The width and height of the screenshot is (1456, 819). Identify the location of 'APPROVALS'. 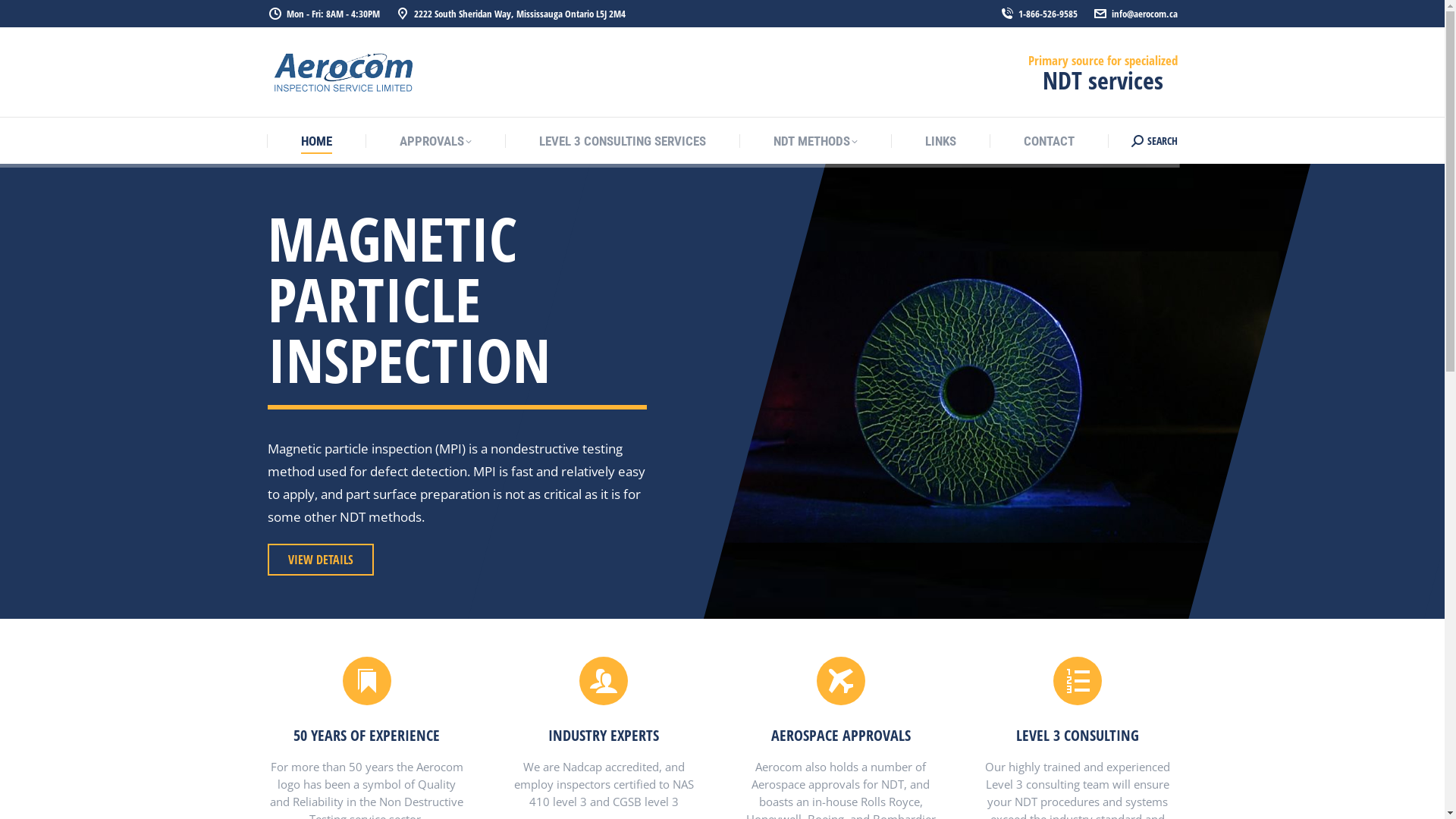
(435, 141).